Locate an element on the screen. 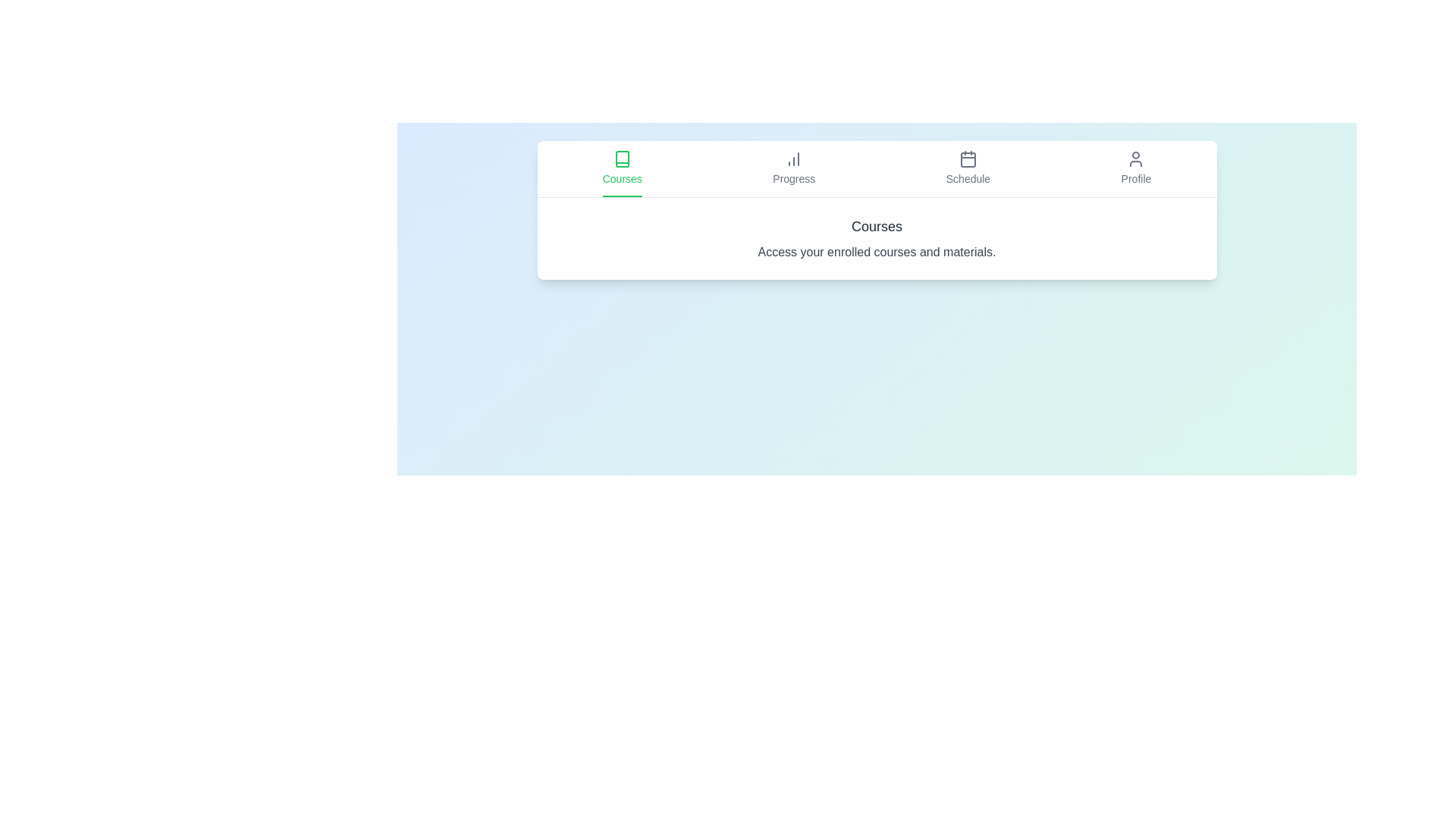 The height and width of the screenshot is (819, 1456). the tab labeled Progress to read its description is located at coordinates (793, 169).